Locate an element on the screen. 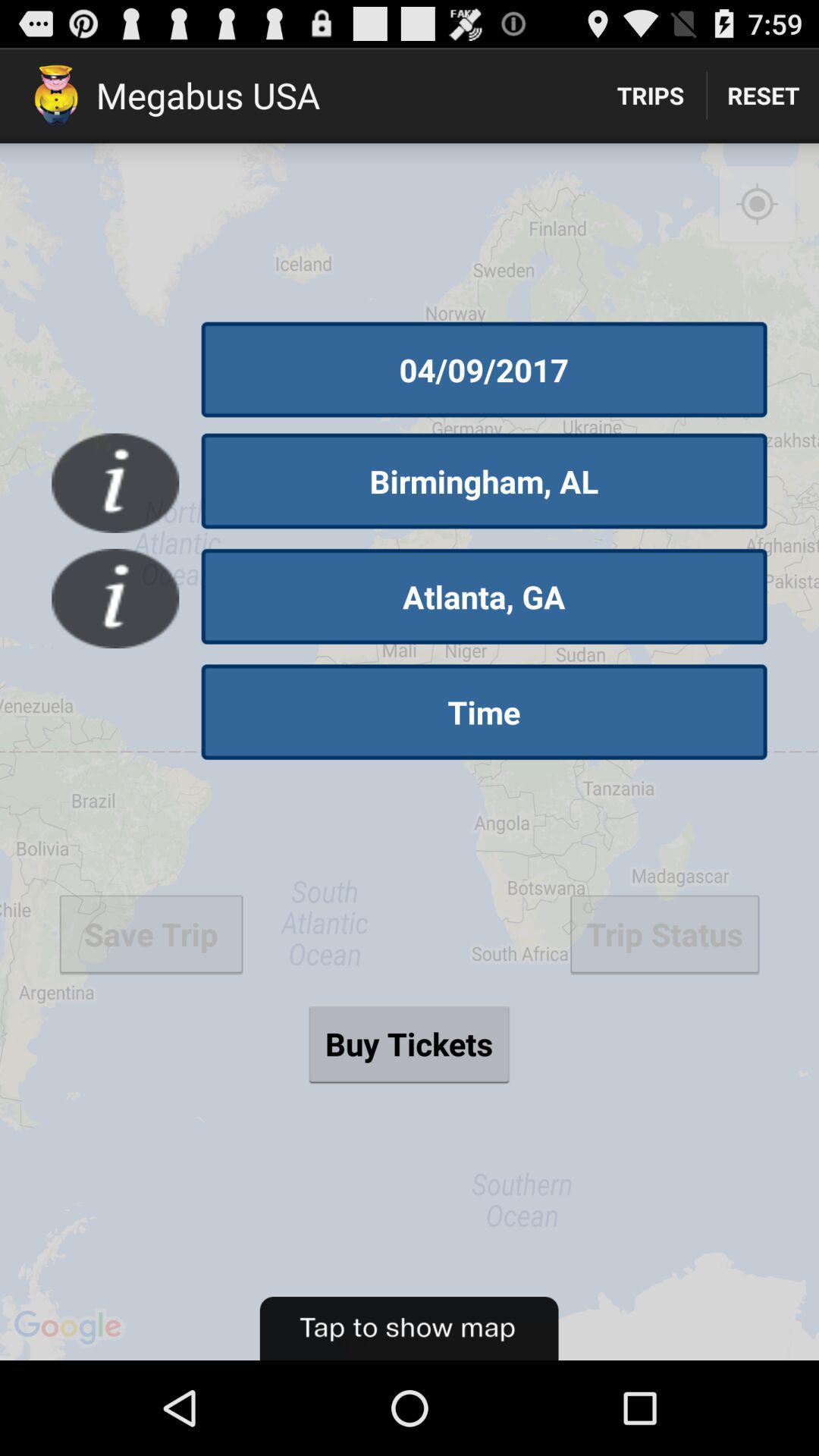 This screenshot has width=819, height=1456. save trip is located at coordinates (151, 933).